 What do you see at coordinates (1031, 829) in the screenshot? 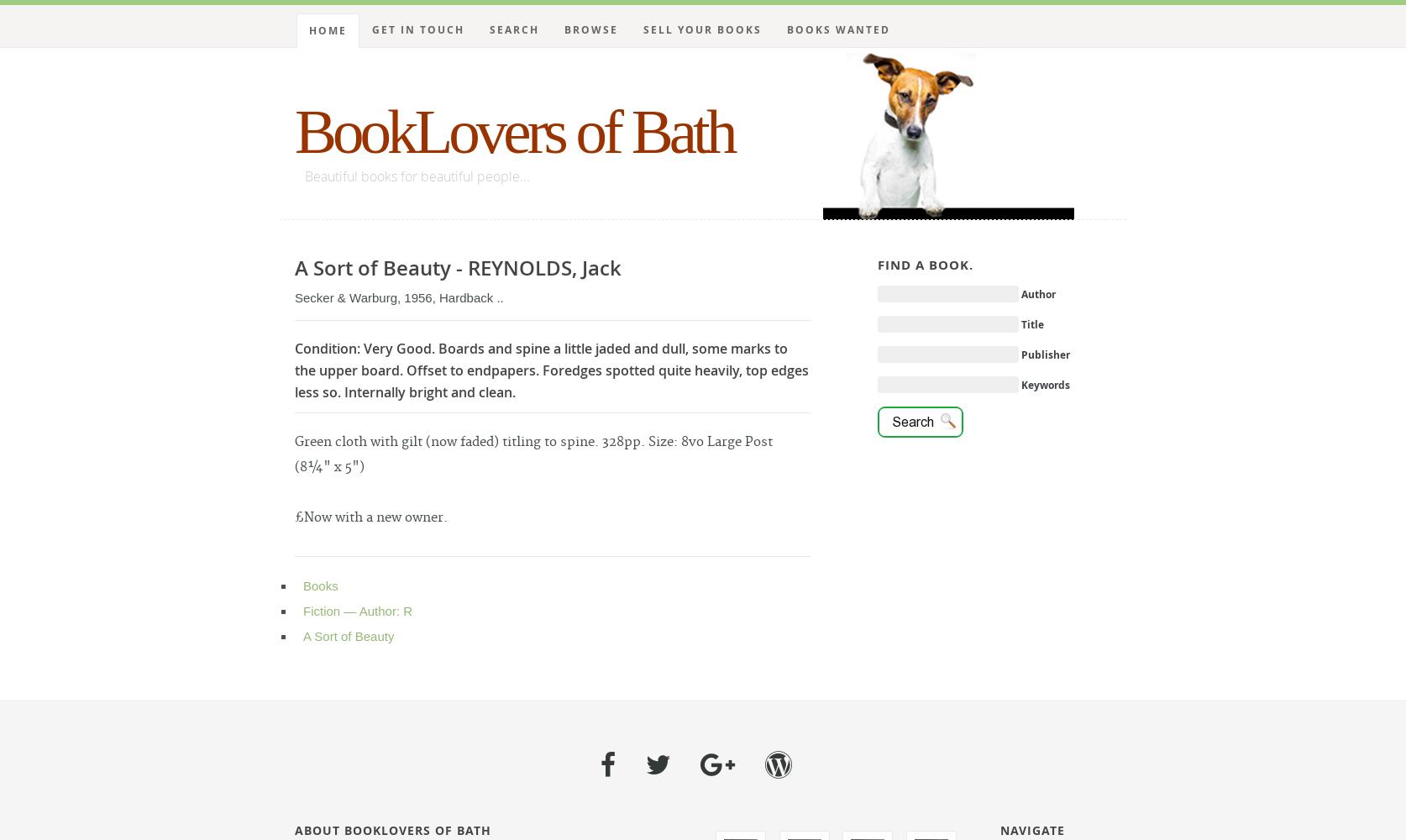
I see `'Navigate'` at bounding box center [1031, 829].